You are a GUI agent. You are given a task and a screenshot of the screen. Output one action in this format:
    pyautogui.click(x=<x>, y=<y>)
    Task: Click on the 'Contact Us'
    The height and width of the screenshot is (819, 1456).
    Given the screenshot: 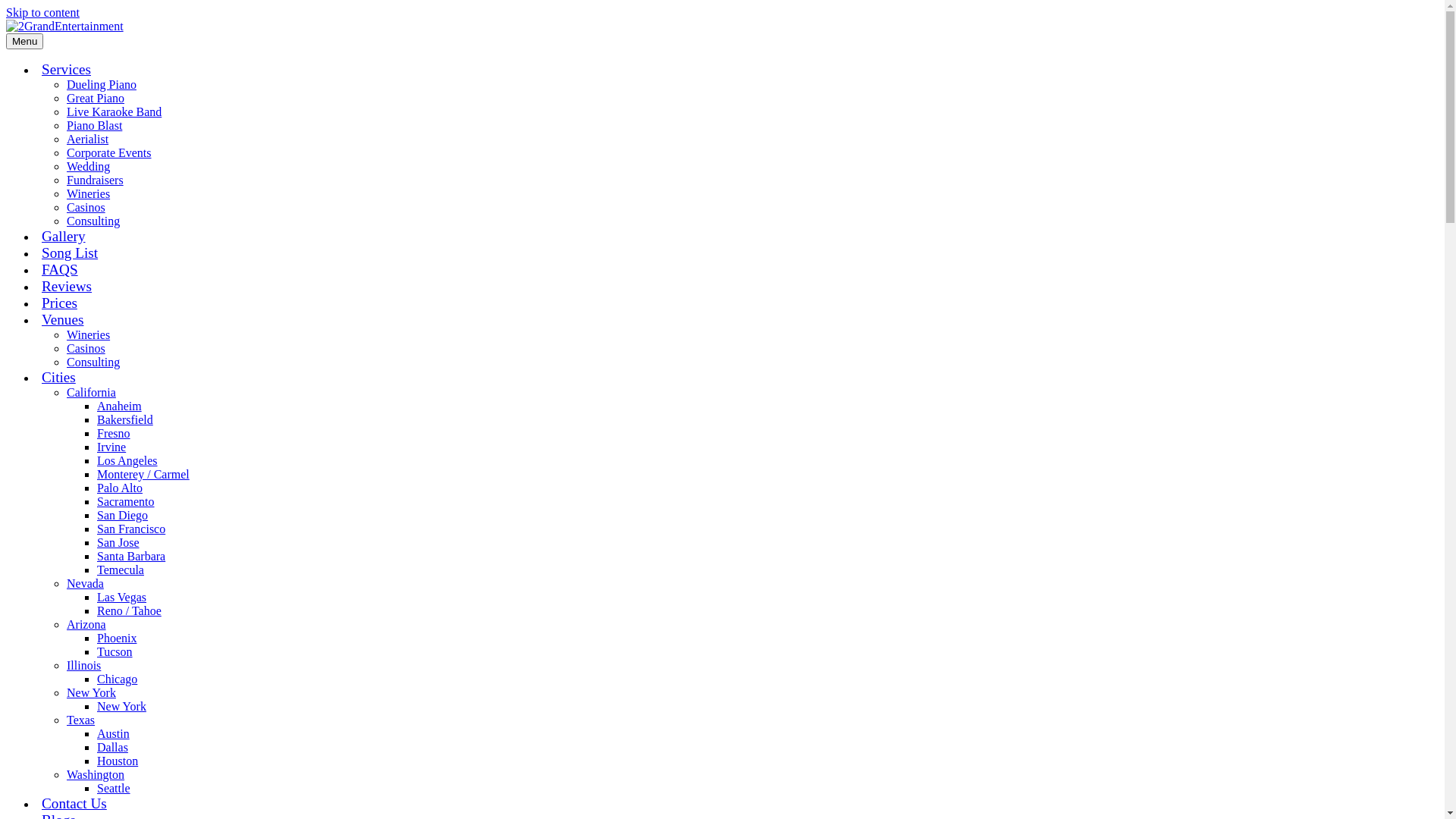 What is the action you would take?
    pyautogui.click(x=73, y=802)
    